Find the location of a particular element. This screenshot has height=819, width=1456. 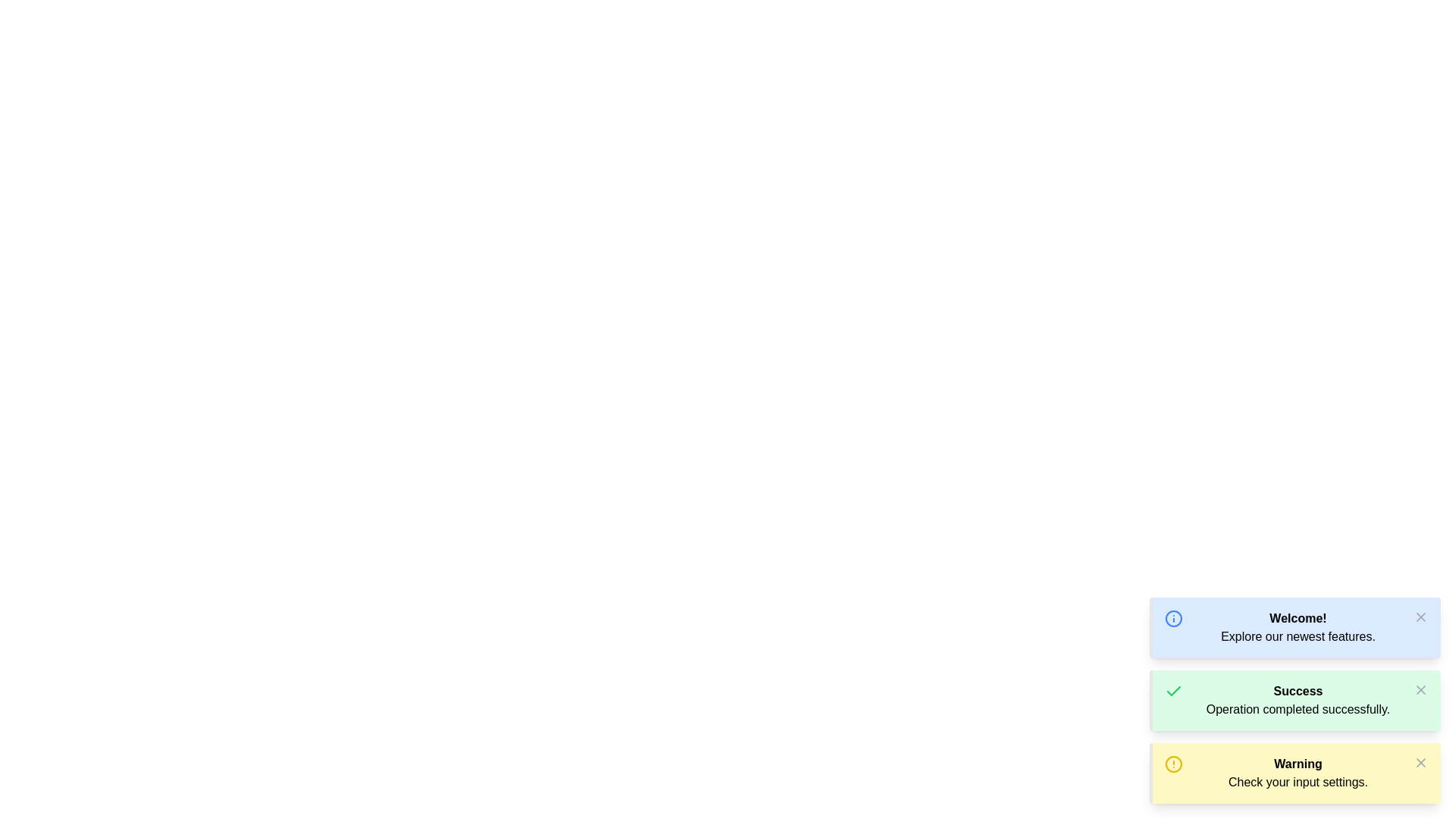

the close button located at the top-right corner of the 'Welcome!' notification box to change its color is located at coordinates (1420, 617).